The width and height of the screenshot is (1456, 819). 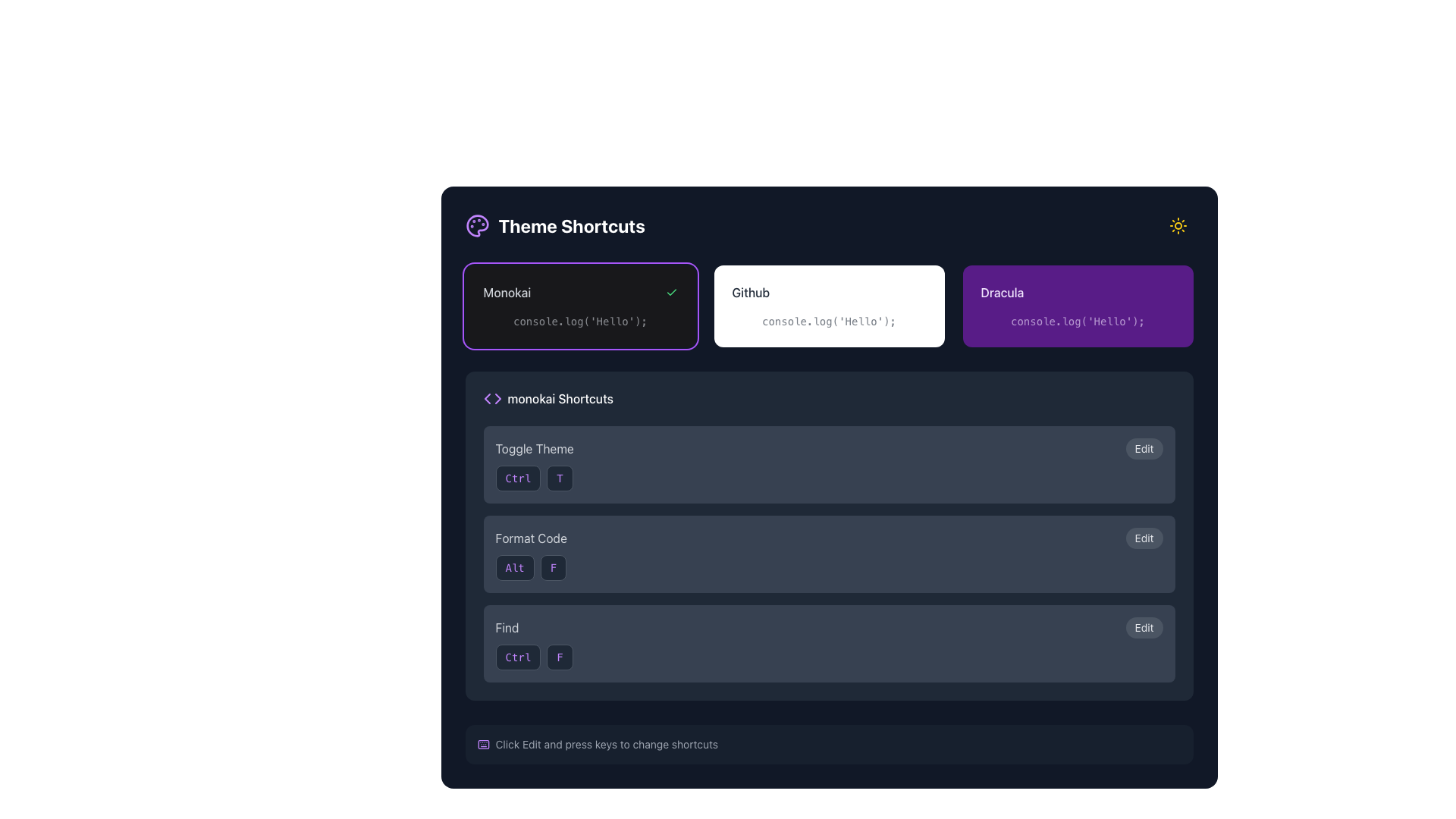 I want to click on the confirmation icon indicating that the 'Monokai' theme option is selected, located, so click(x=670, y=292).